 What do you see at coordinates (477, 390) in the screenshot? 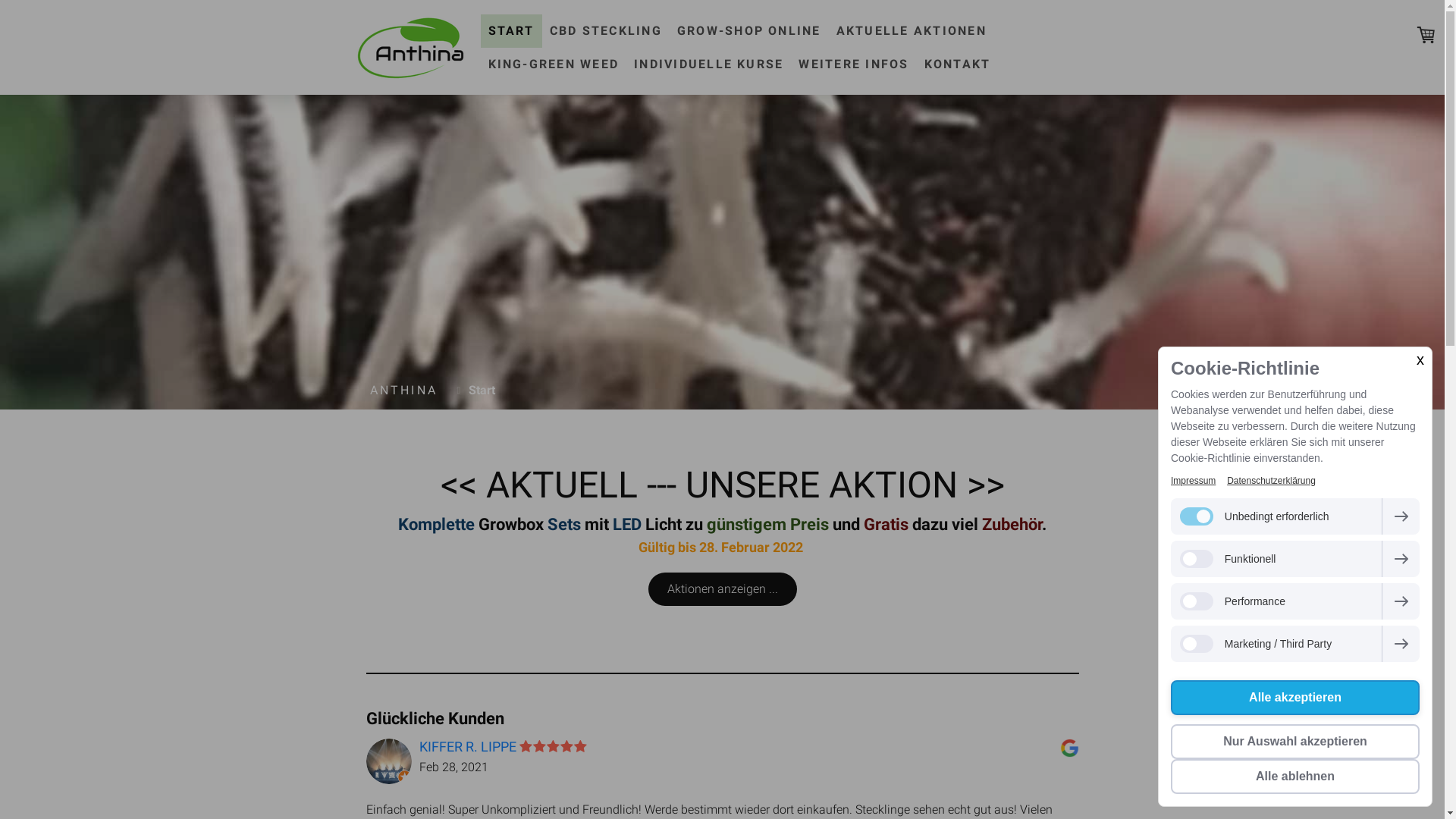
I see `'Start'` at bounding box center [477, 390].